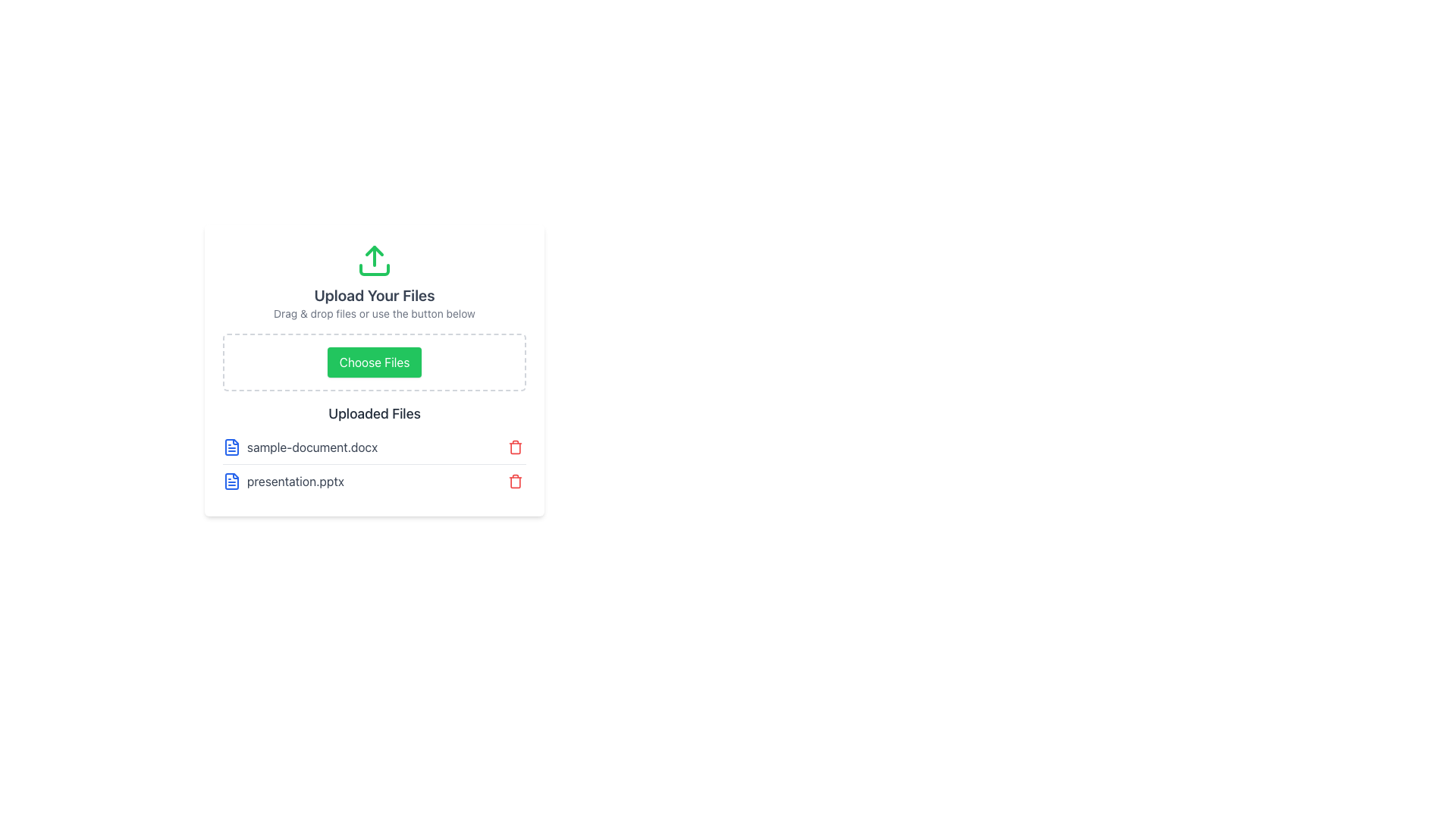  Describe the element at coordinates (300, 447) in the screenshot. I see `the first item in the uploaded files list, which represents a file with its filename and an icon` at that location.